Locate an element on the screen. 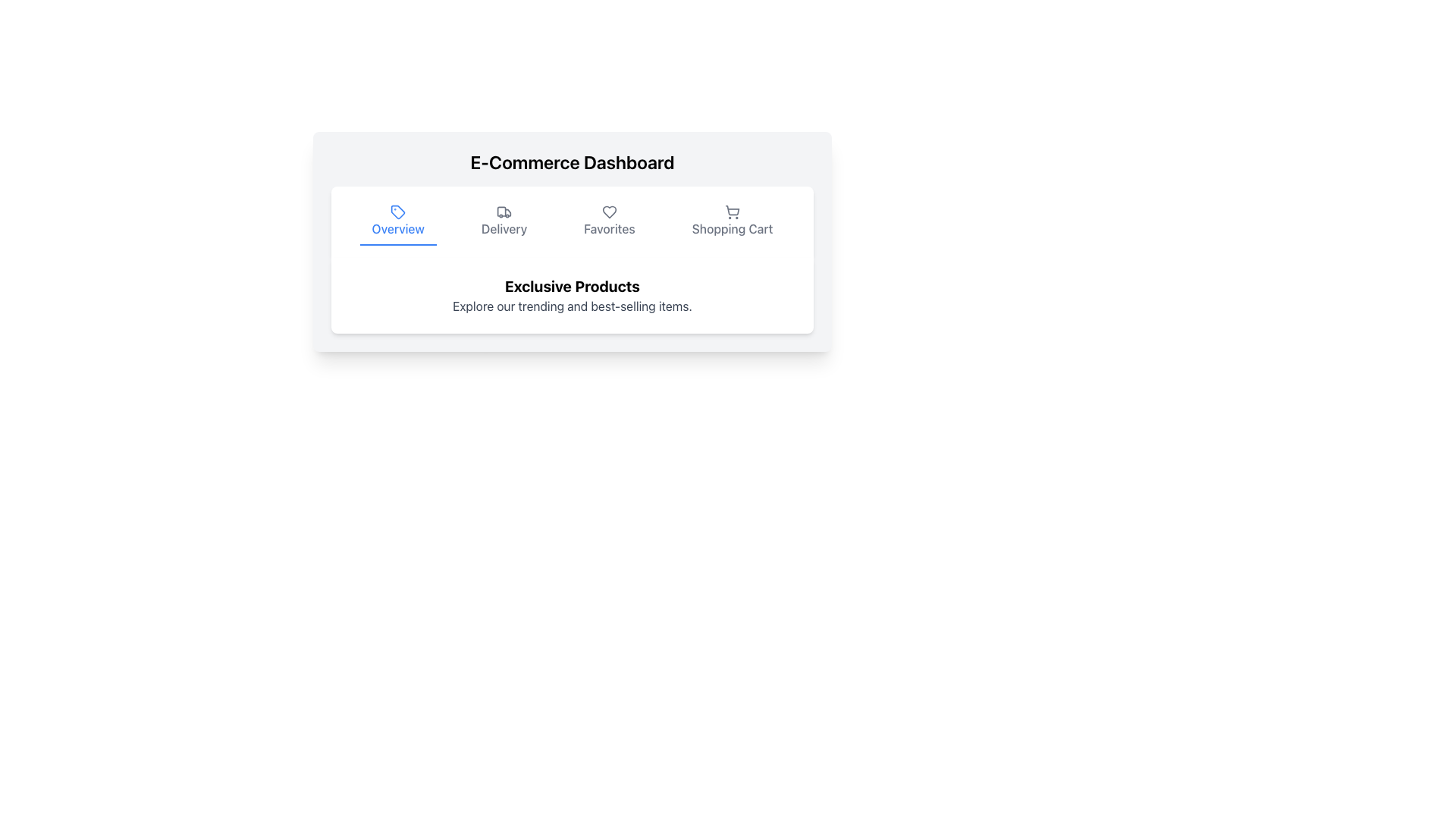  the navigation button labeled 'Favorites' located in the center of the horizontal navigation bar is located at coordinates (609, 222).